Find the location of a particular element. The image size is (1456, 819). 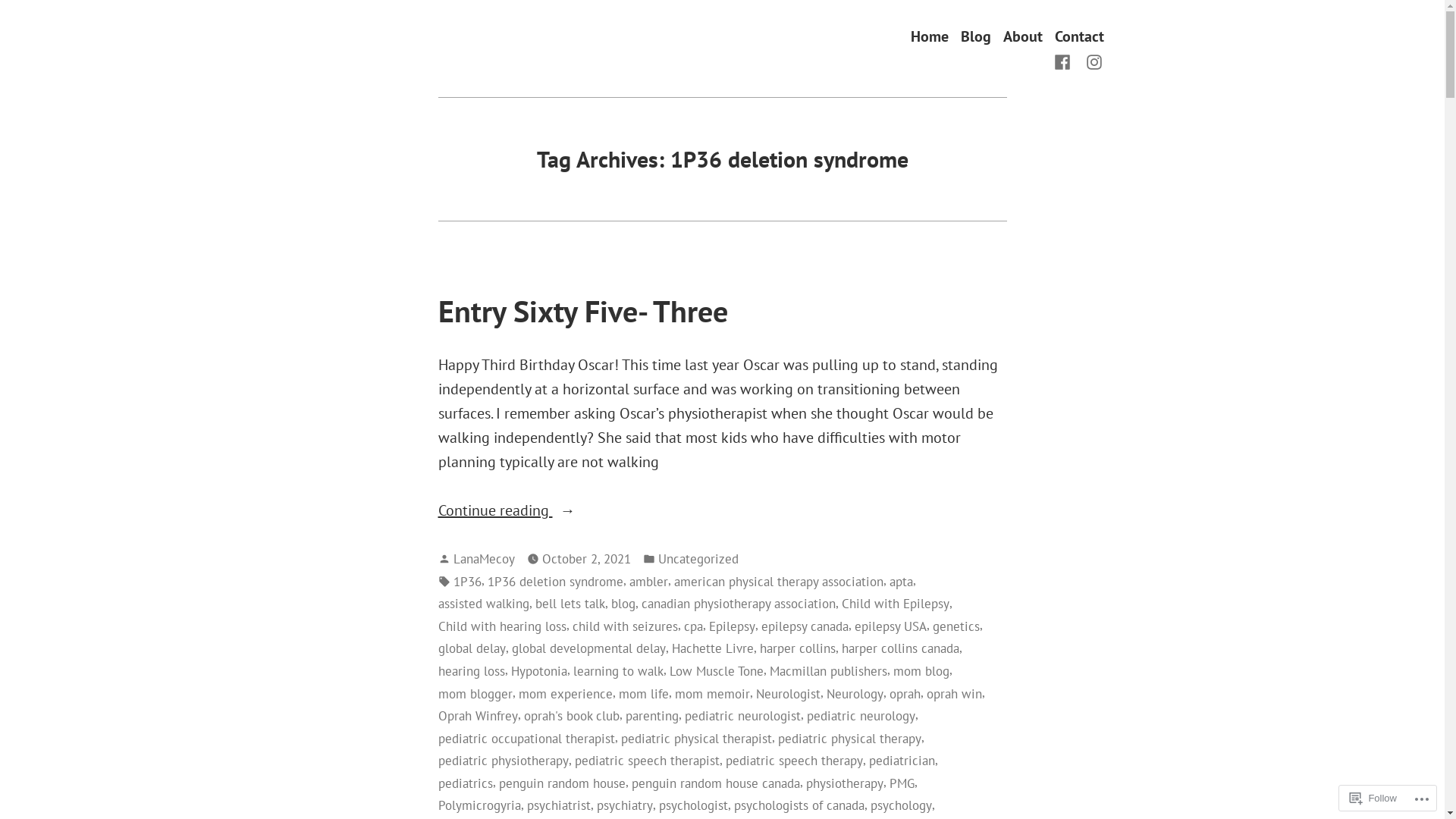

'Follow' is located at coordinates (1373, 797).